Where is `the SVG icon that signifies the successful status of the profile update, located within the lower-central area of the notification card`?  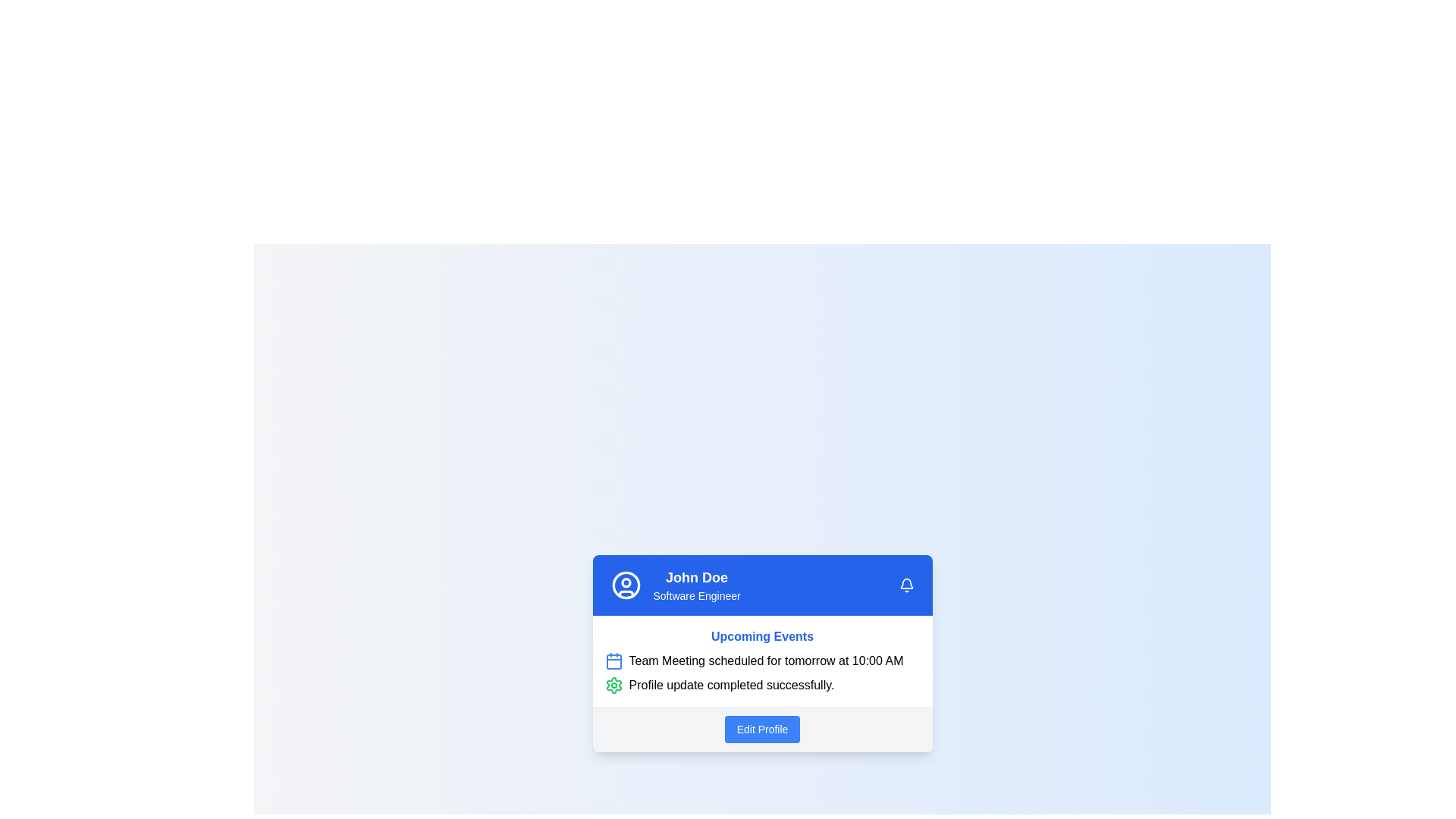 the SVG icon that signifies the successful status of the profile update, located within the lower-central area of the notification card is located at coordinates (613, 685).